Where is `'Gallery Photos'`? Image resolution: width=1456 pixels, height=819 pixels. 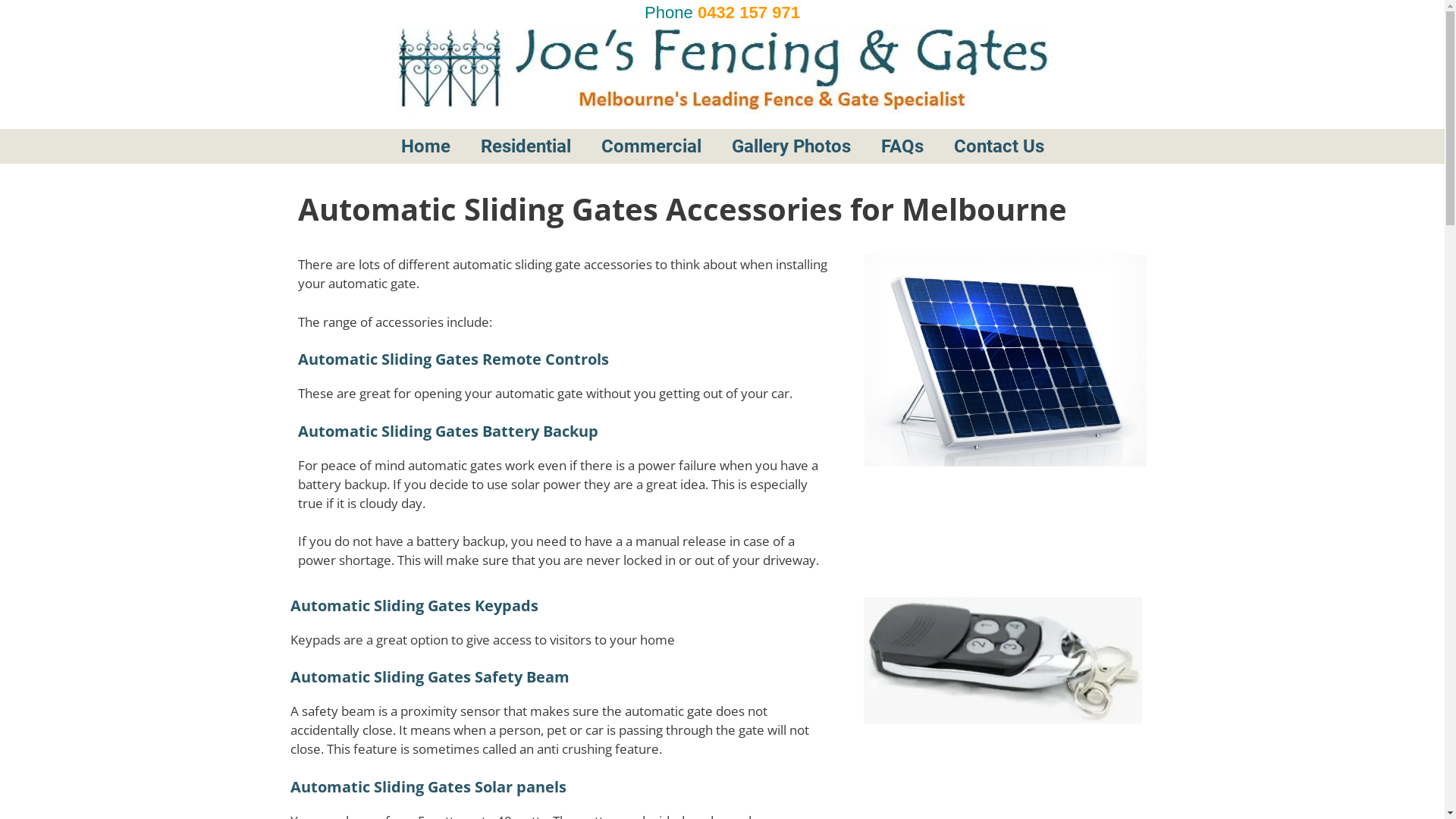
'Gallery Photos' is located at coordinates (789, 146).